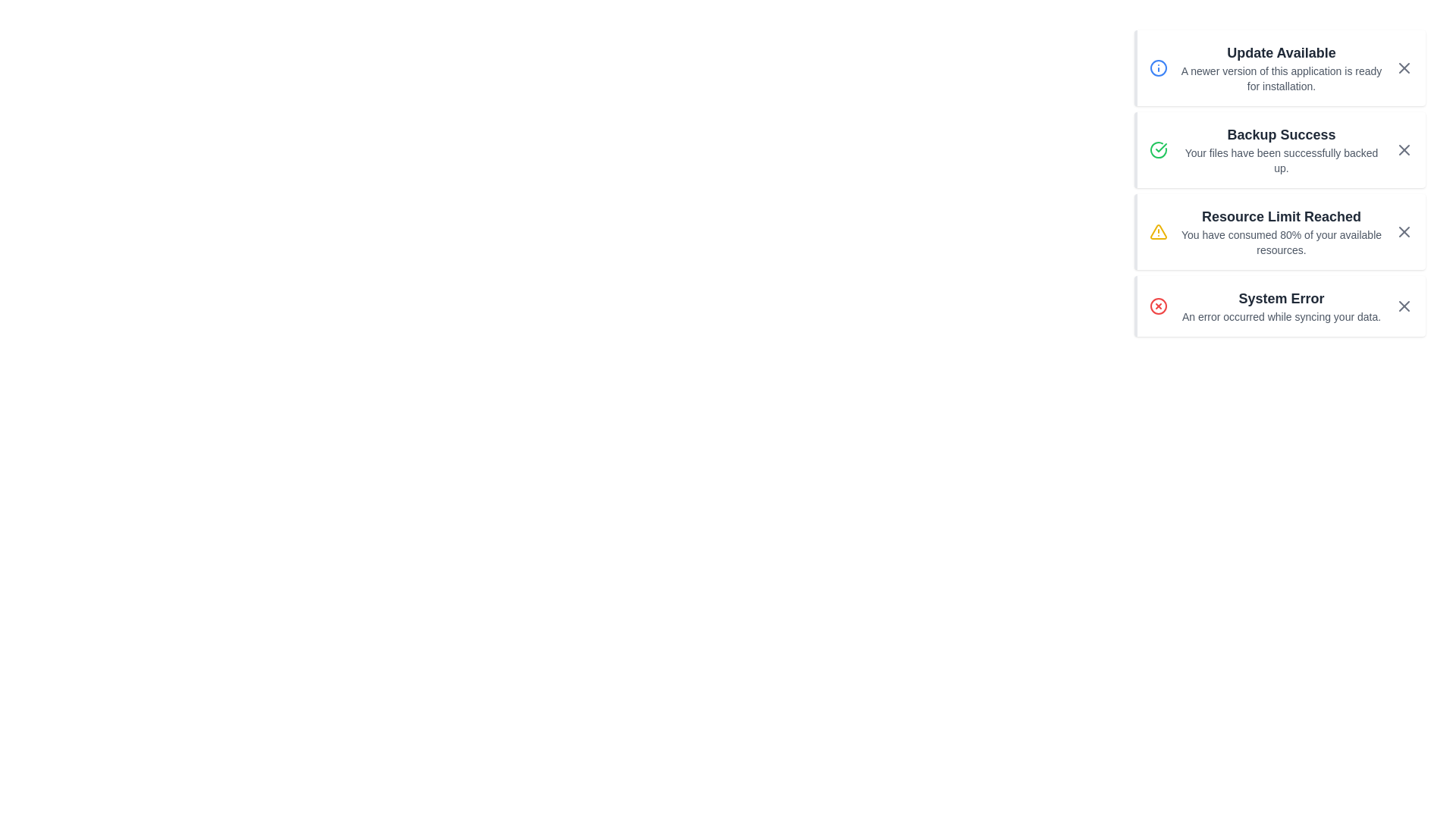 This screenshot has width=1456, height=819. I want to click on the triangular warning icon with a yellow fill and a bold black border, located in the left section of the 'Resource Limit Reached' notification, so click(1157, 231).